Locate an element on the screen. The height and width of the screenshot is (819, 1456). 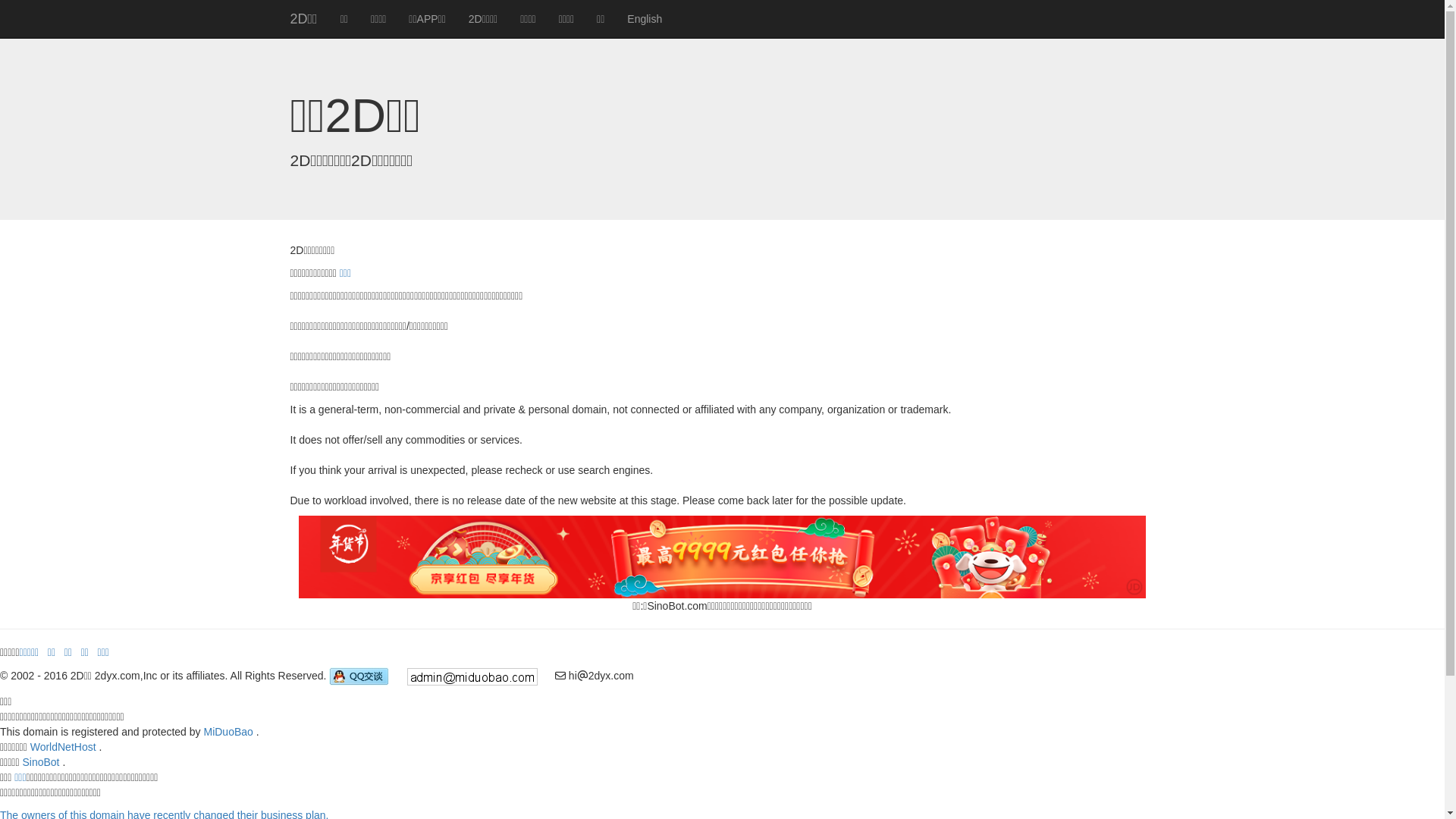
'MiDuoBao' is located at coordinates (227, 730).